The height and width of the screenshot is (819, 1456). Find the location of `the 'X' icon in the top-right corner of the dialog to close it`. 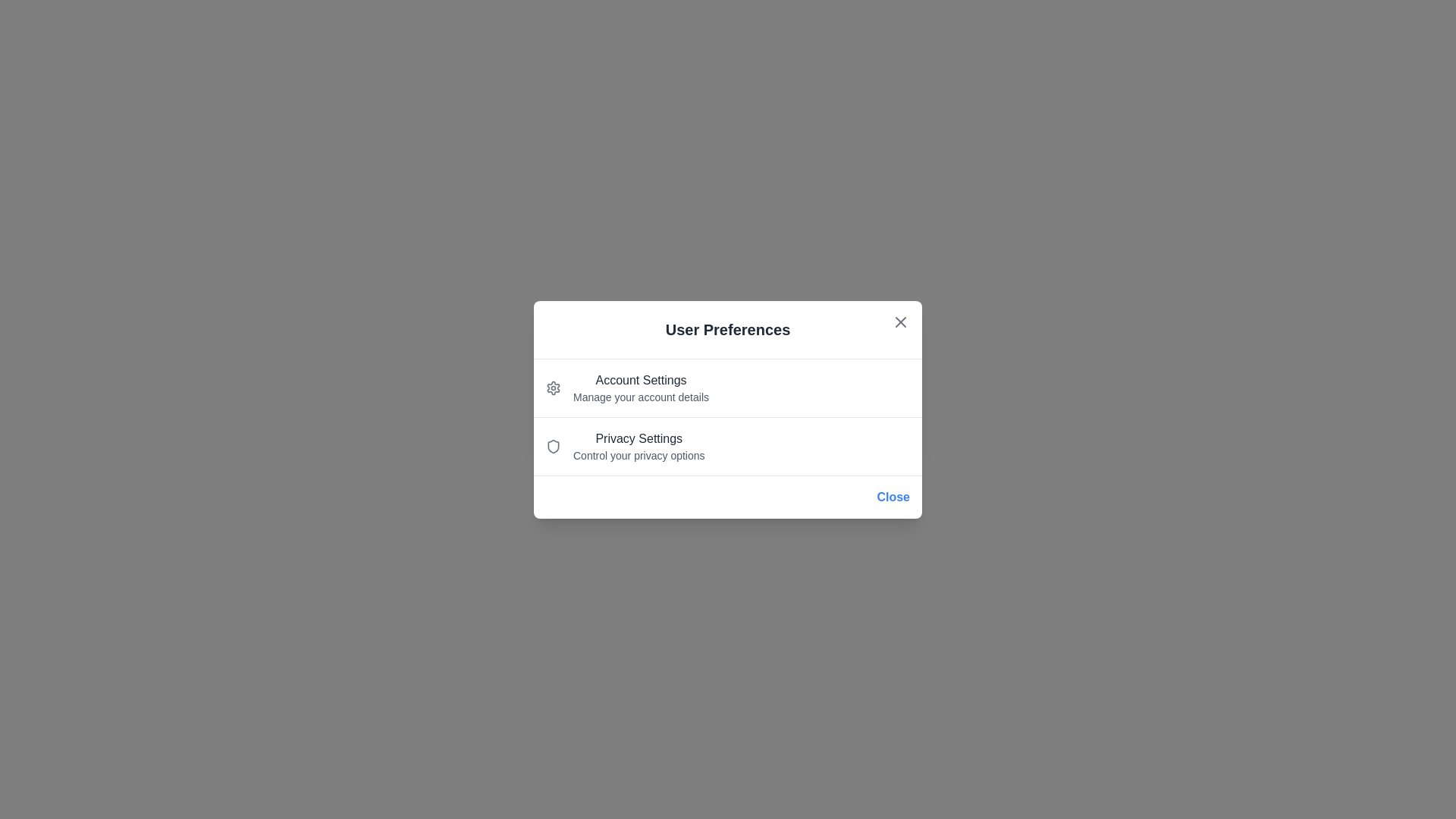

the 'X' icon in the top-right corner of the dialog to close it is located at coordinates (901, 321).